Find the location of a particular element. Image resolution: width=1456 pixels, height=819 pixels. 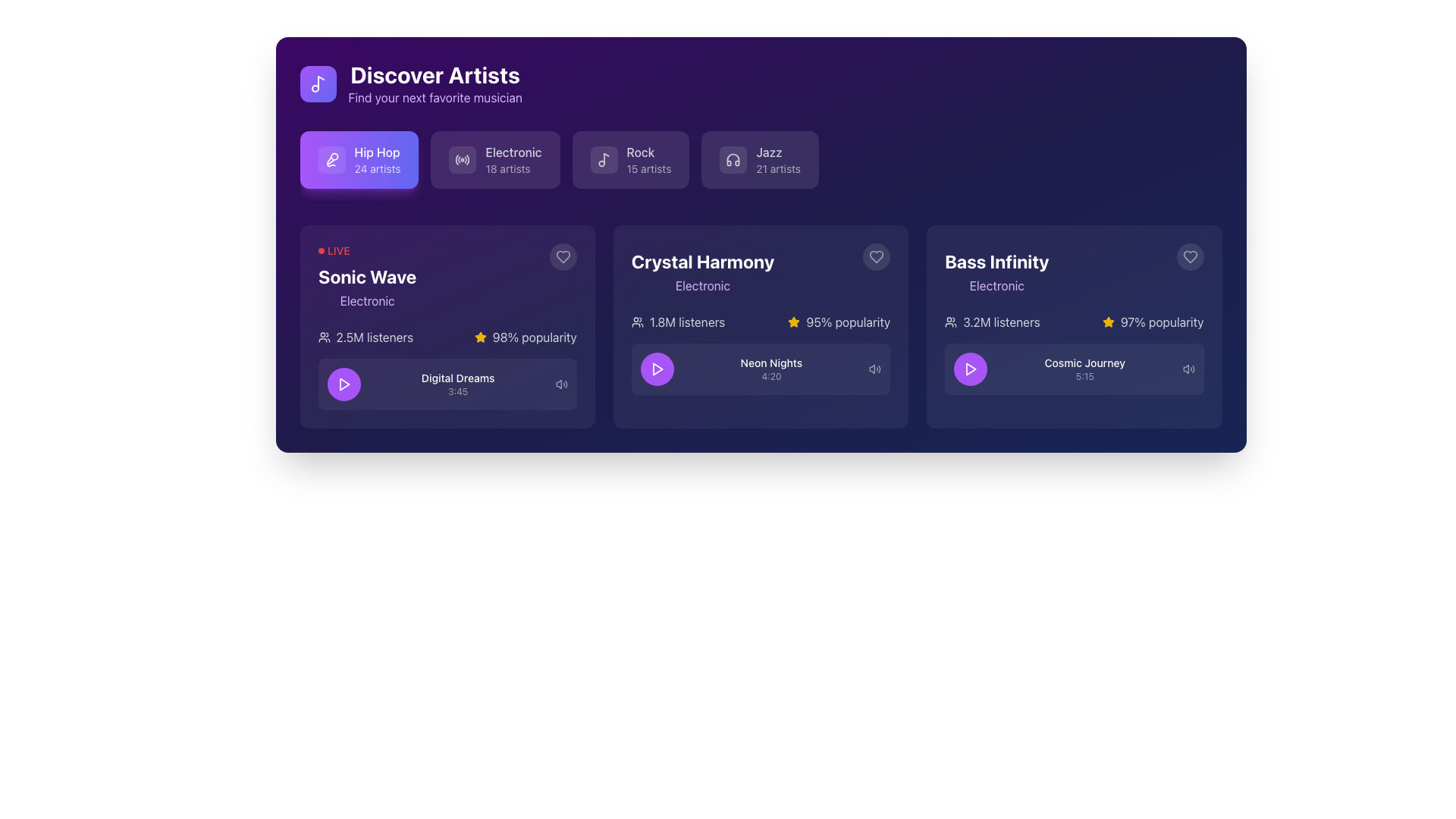

the group of individuals icon next to the '1.8M listeners' text within the 'Crystal Harmony' card is located at coordinates (637, 321).